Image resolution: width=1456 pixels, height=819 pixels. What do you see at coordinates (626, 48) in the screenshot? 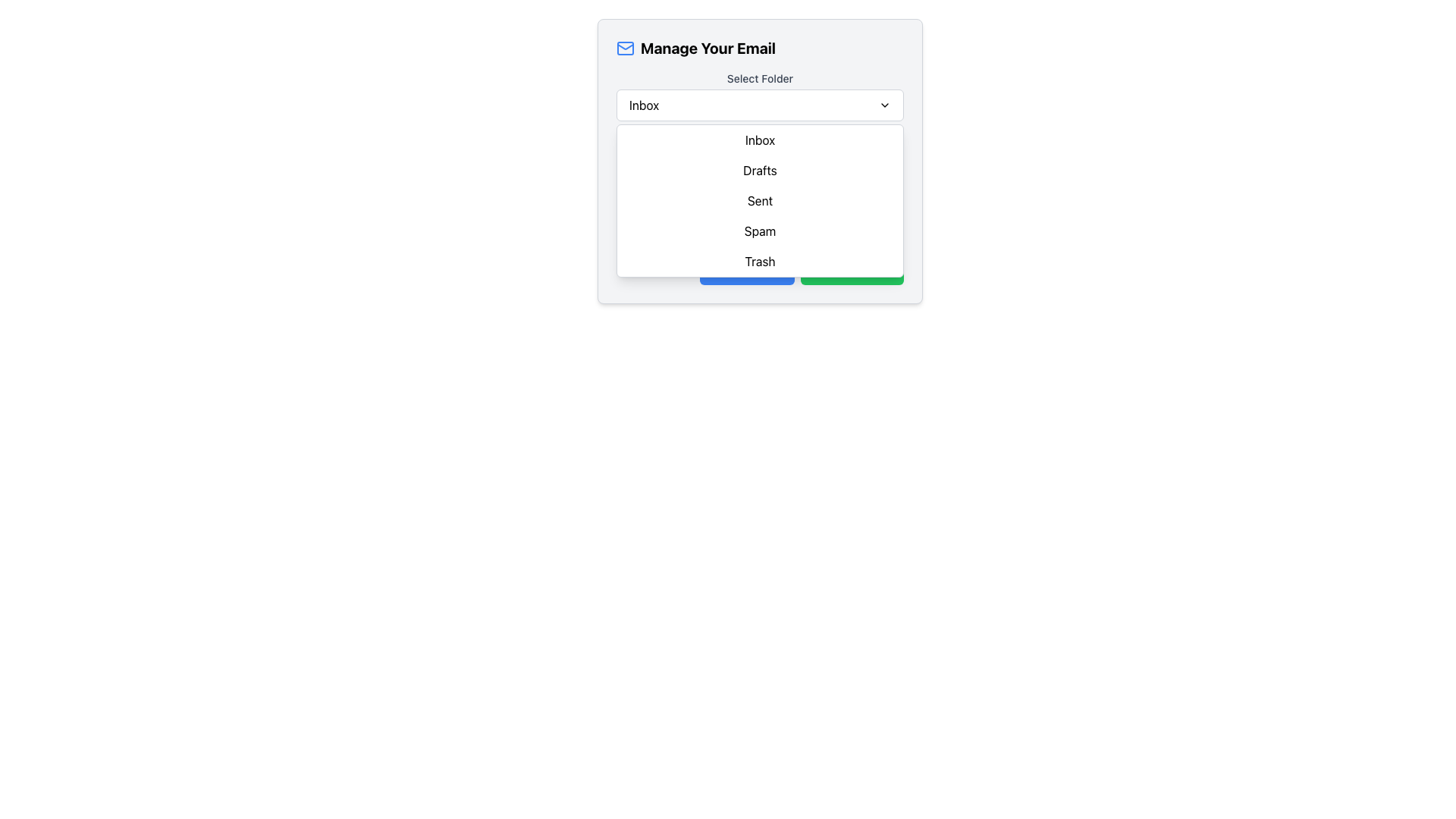
I see `the rectangular visual feature within the envelope icon located beside the text 'Manage Your Email' in the SVG visualization` at bounding box center [626, 48].